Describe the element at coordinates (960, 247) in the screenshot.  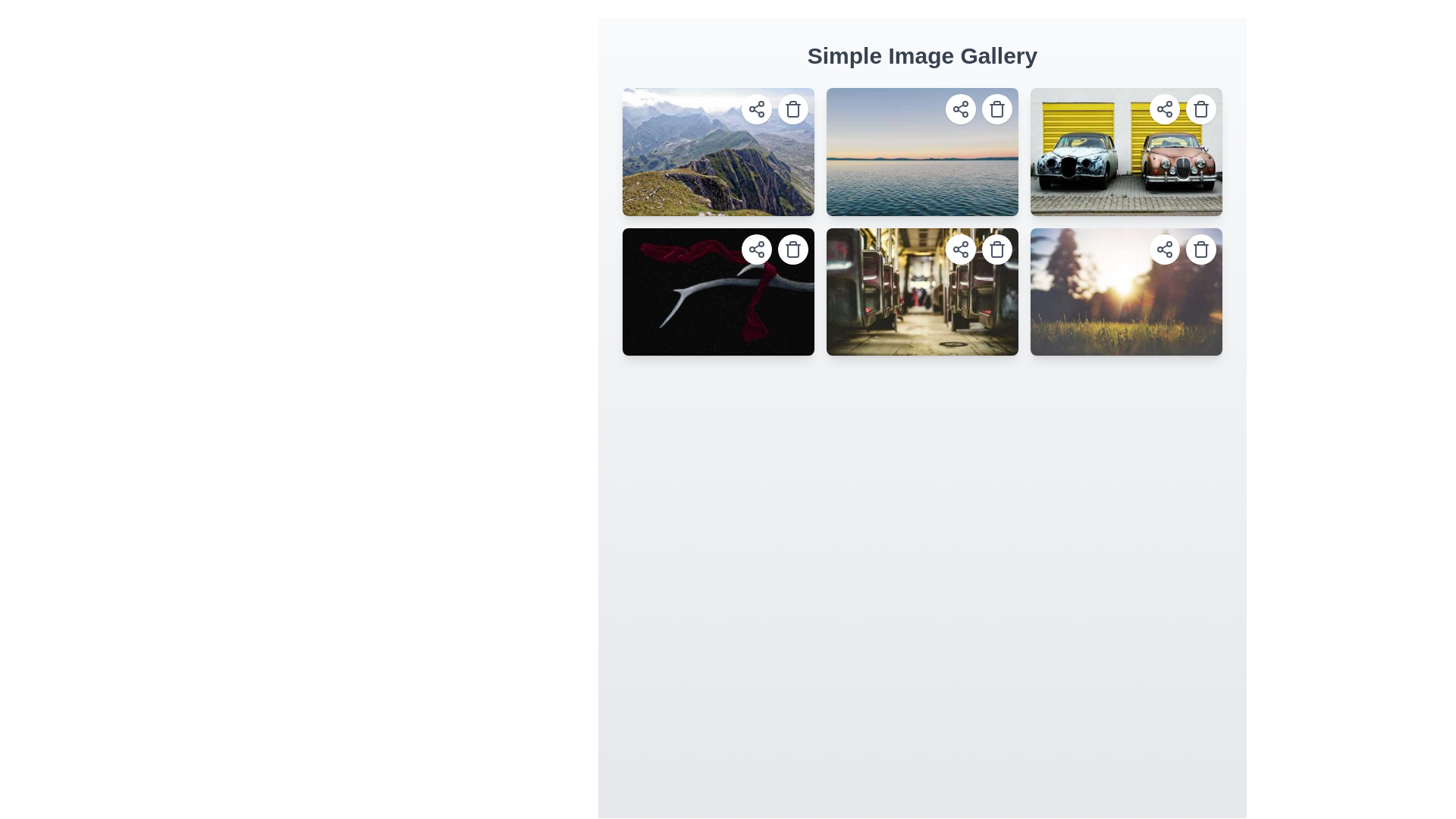
I see `the 'share' icon located in the upper-right corner of the image frame to initiate a share action` at that location.